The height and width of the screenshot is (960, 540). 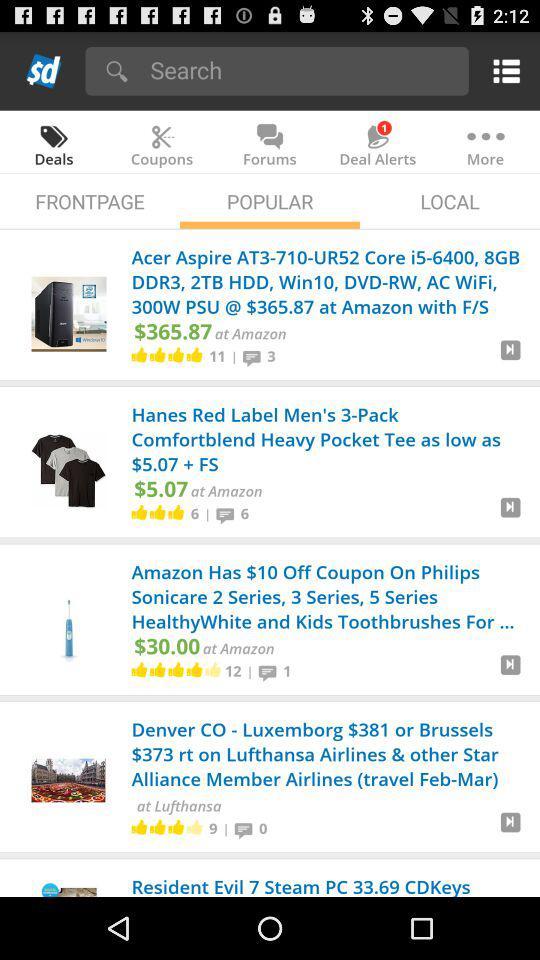 I want to click on icon to the right of the | app, so click(x=246, y=828).